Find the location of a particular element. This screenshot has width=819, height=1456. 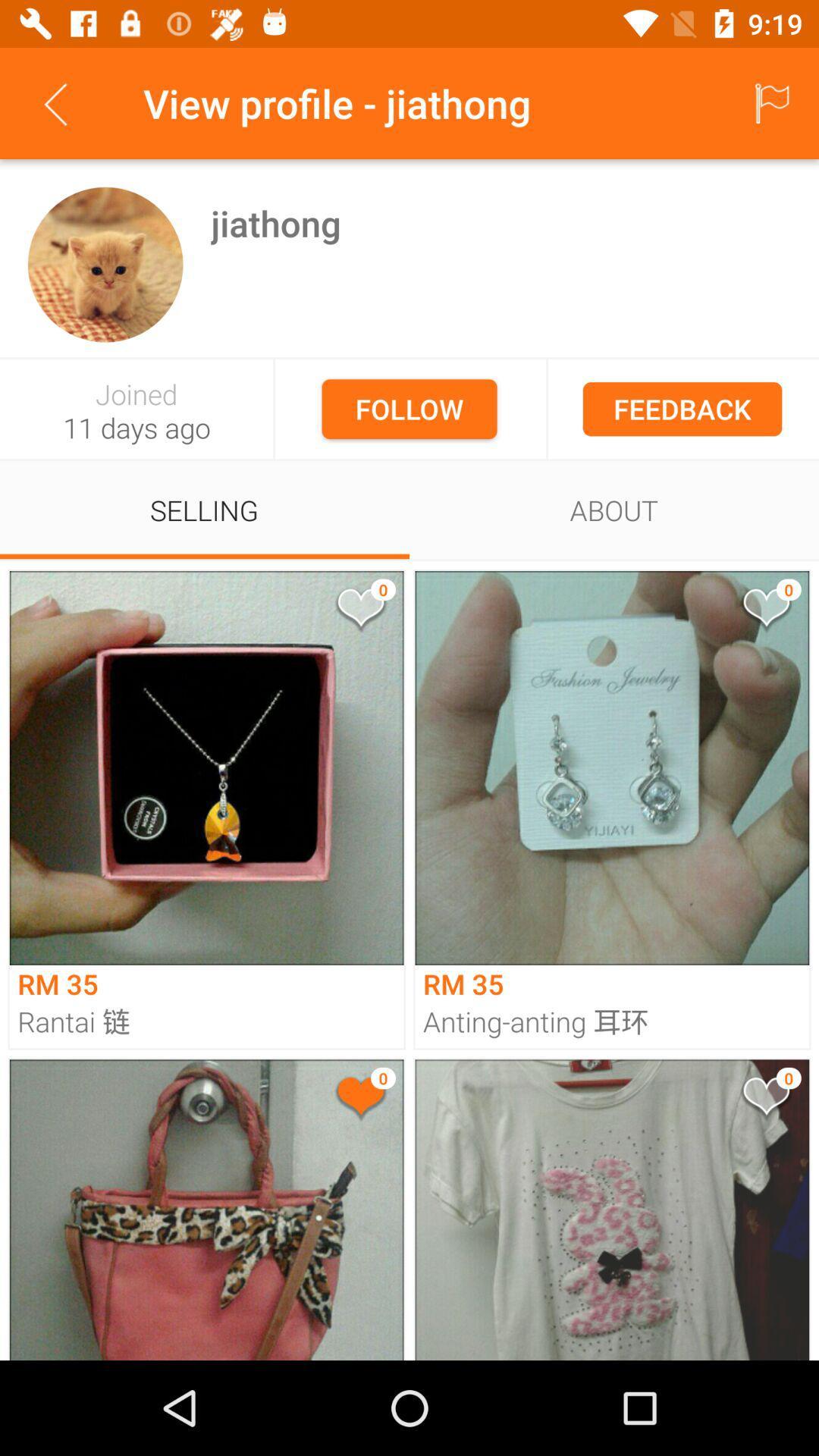

follow is located at coordinates (409, 409).